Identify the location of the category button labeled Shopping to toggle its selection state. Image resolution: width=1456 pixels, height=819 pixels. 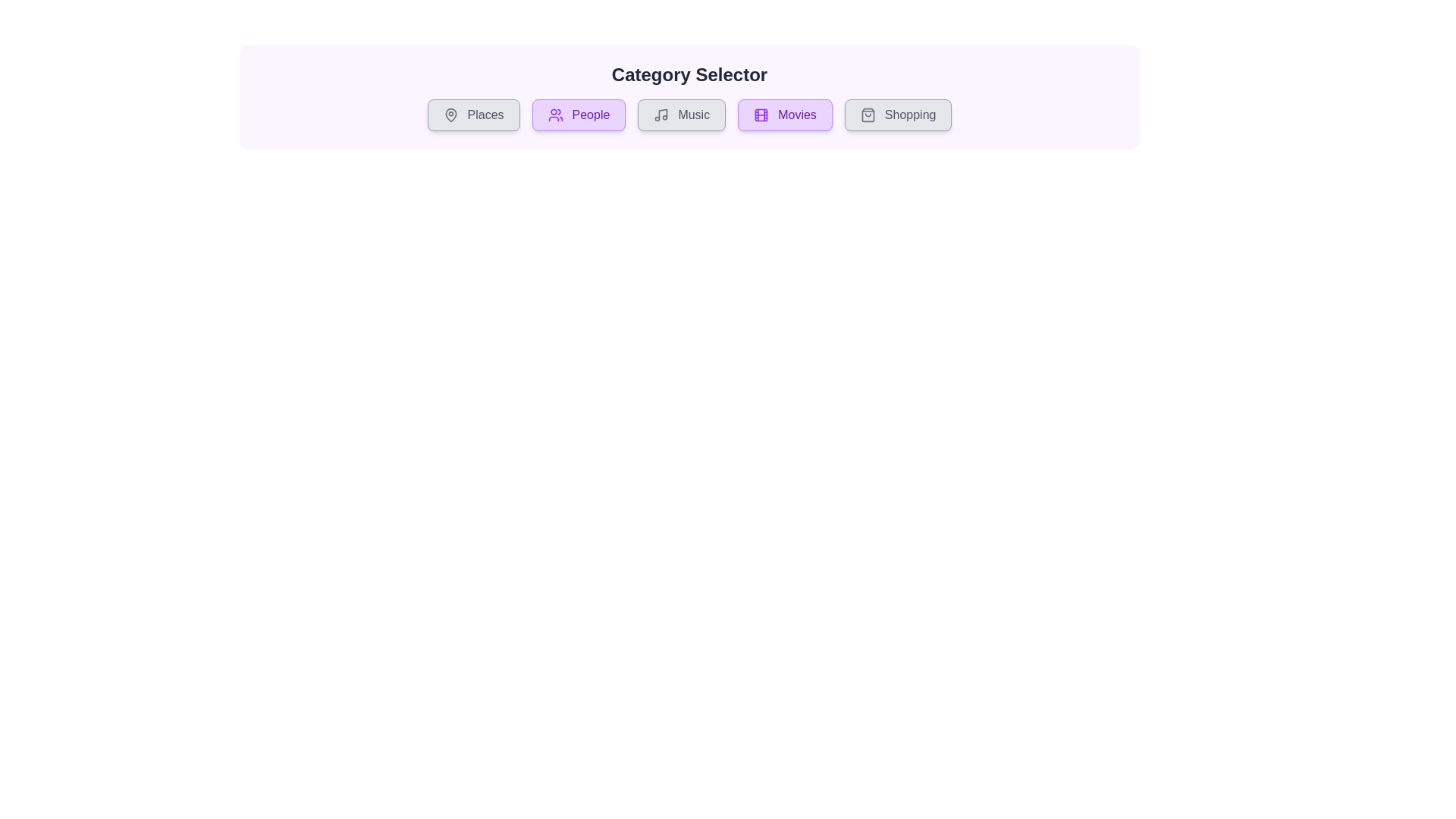
(898, 114).